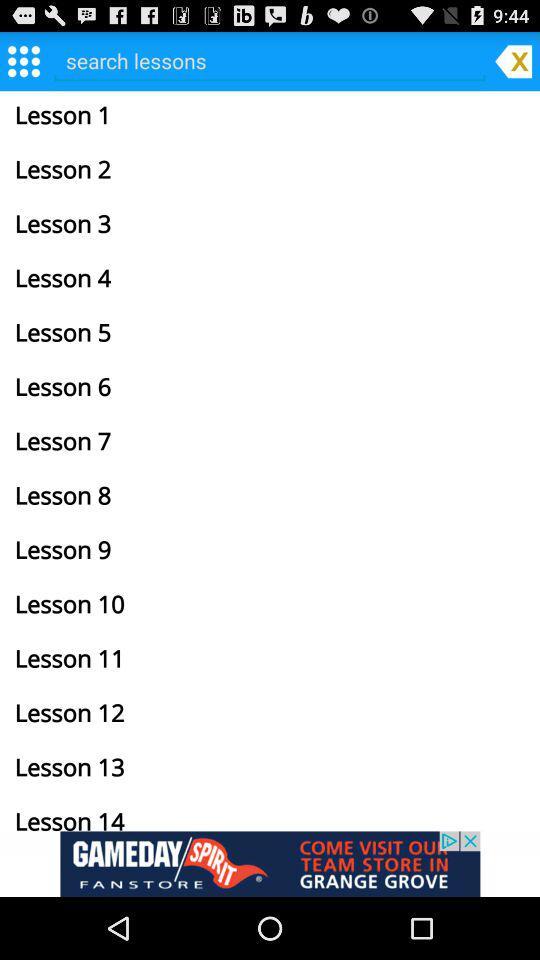  Describe the element at coordinates (22, 59) in the screenshot. I see `main menu` at that location.